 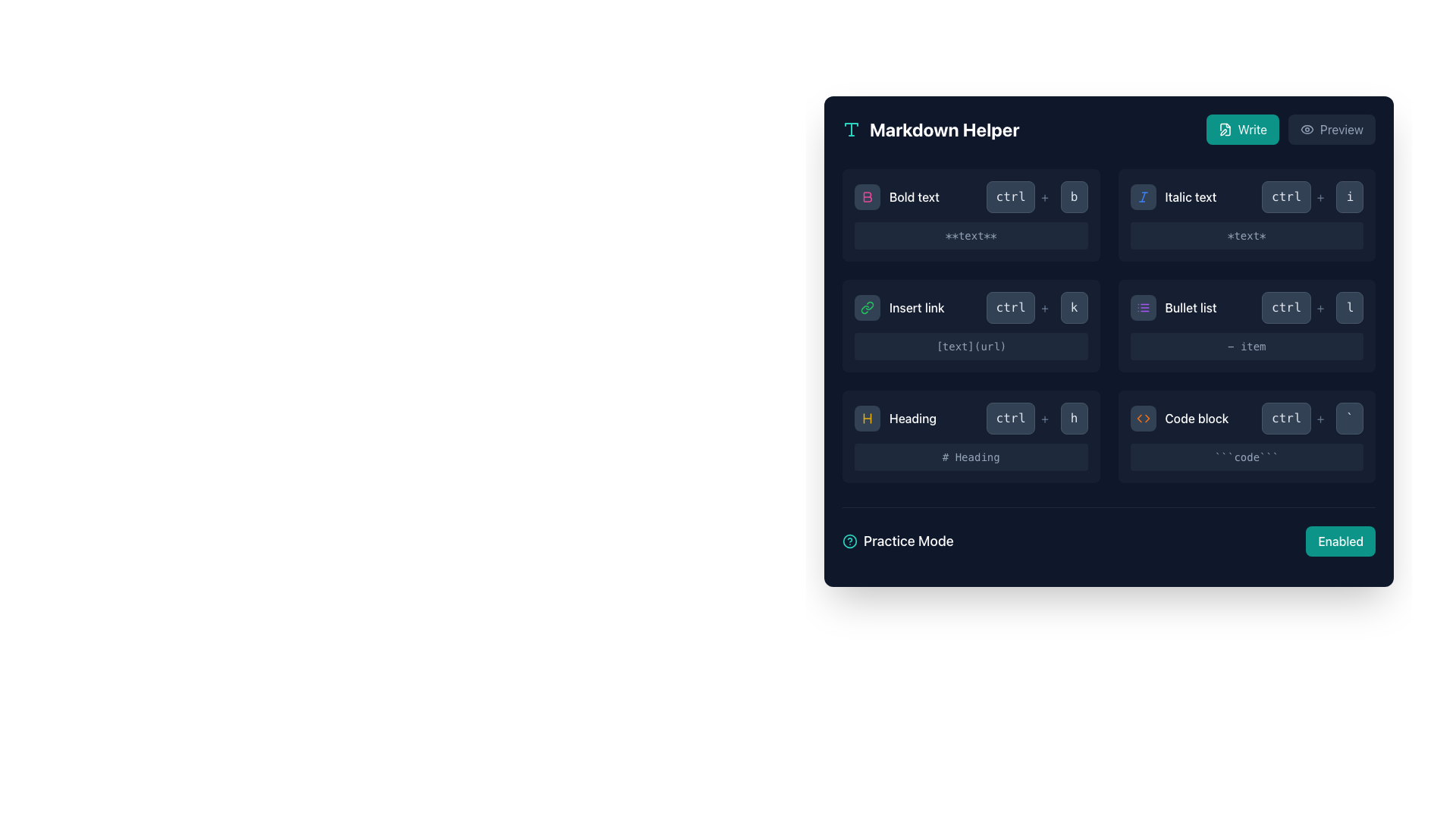 What do you see at coordinates (1225, 128) in the screenshot?
I see `the file document icon with a pen, which is a vector graphic component positioned in the top-right section of the interface` at bounding box center [1225, 128].